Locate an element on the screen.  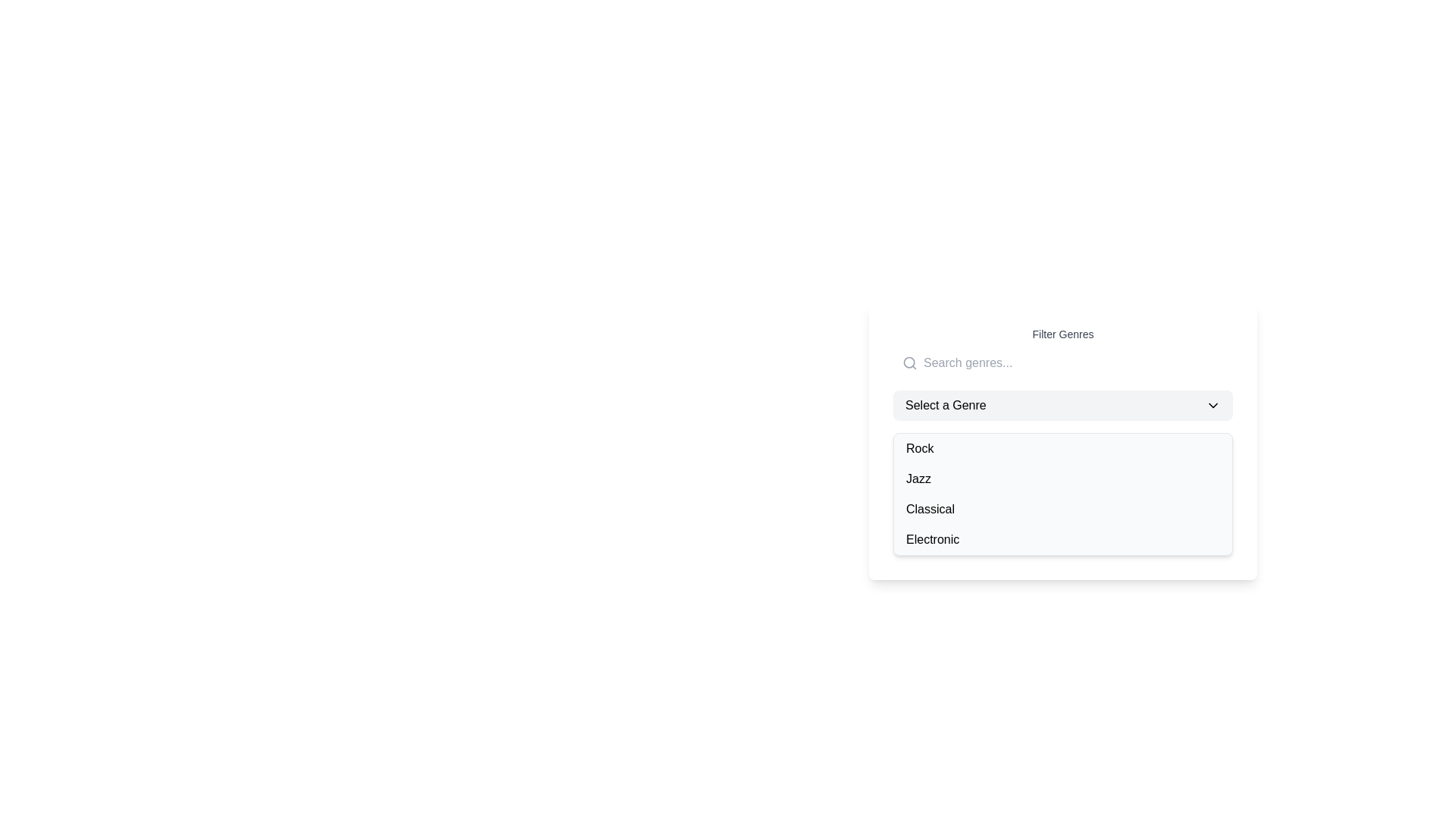
the magnifying glass icon located to the far left of the input field is located at coordinates (910, 362).